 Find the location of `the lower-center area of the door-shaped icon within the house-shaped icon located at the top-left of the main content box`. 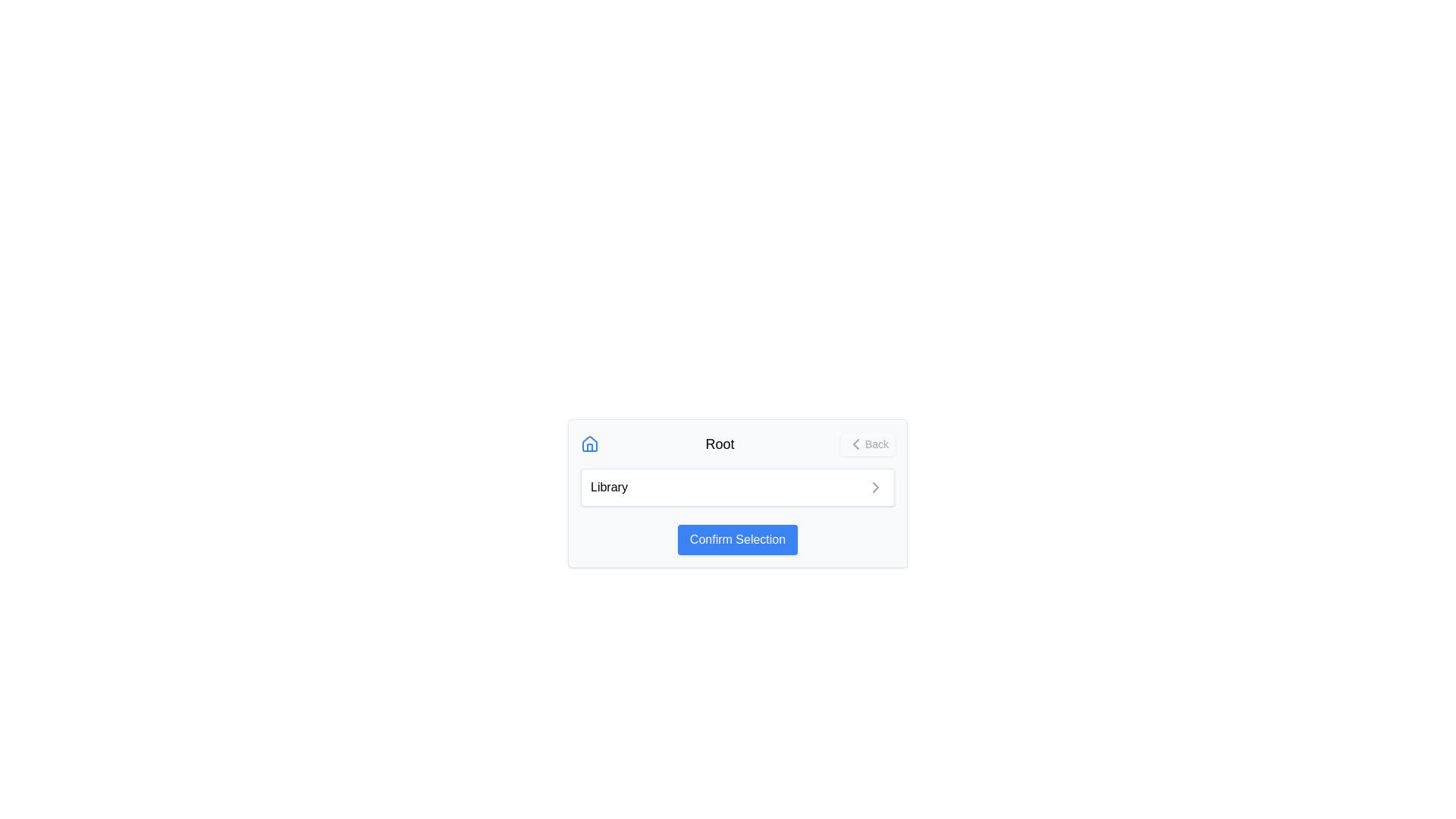

the lower-center area of the door-shaped icon within the house-shaped icon located at the top-left of the main content box is located at coordinates (588, 447).